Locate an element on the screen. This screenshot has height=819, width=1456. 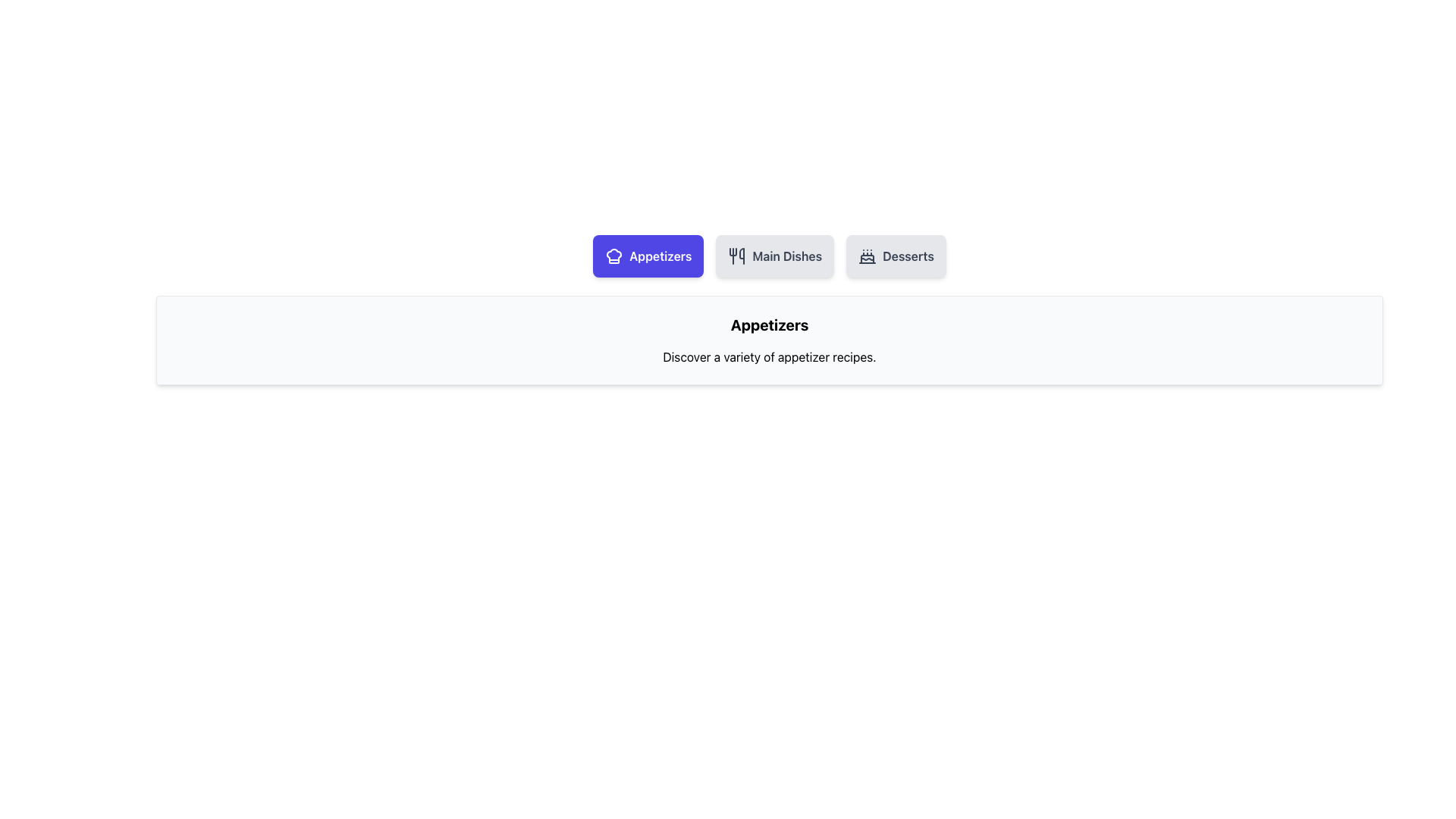
the text label displaying 'Appetizers' which is centrally aligned within a button-like component in the navigation bar, styled with a bold font and royal blue background is located at coordinates (661, 256).